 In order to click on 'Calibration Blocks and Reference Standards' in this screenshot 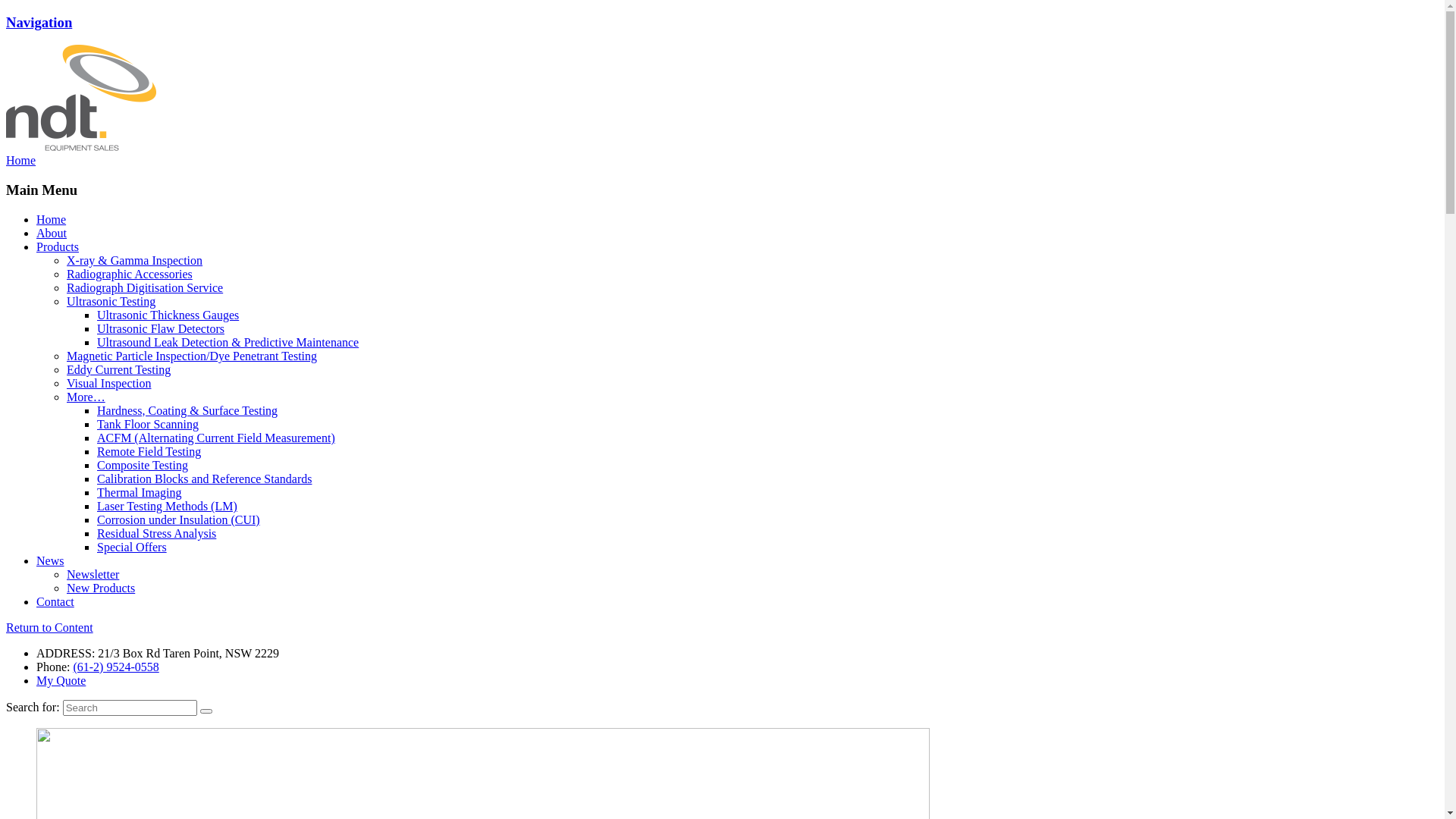, I will do `click(203, 479)`.